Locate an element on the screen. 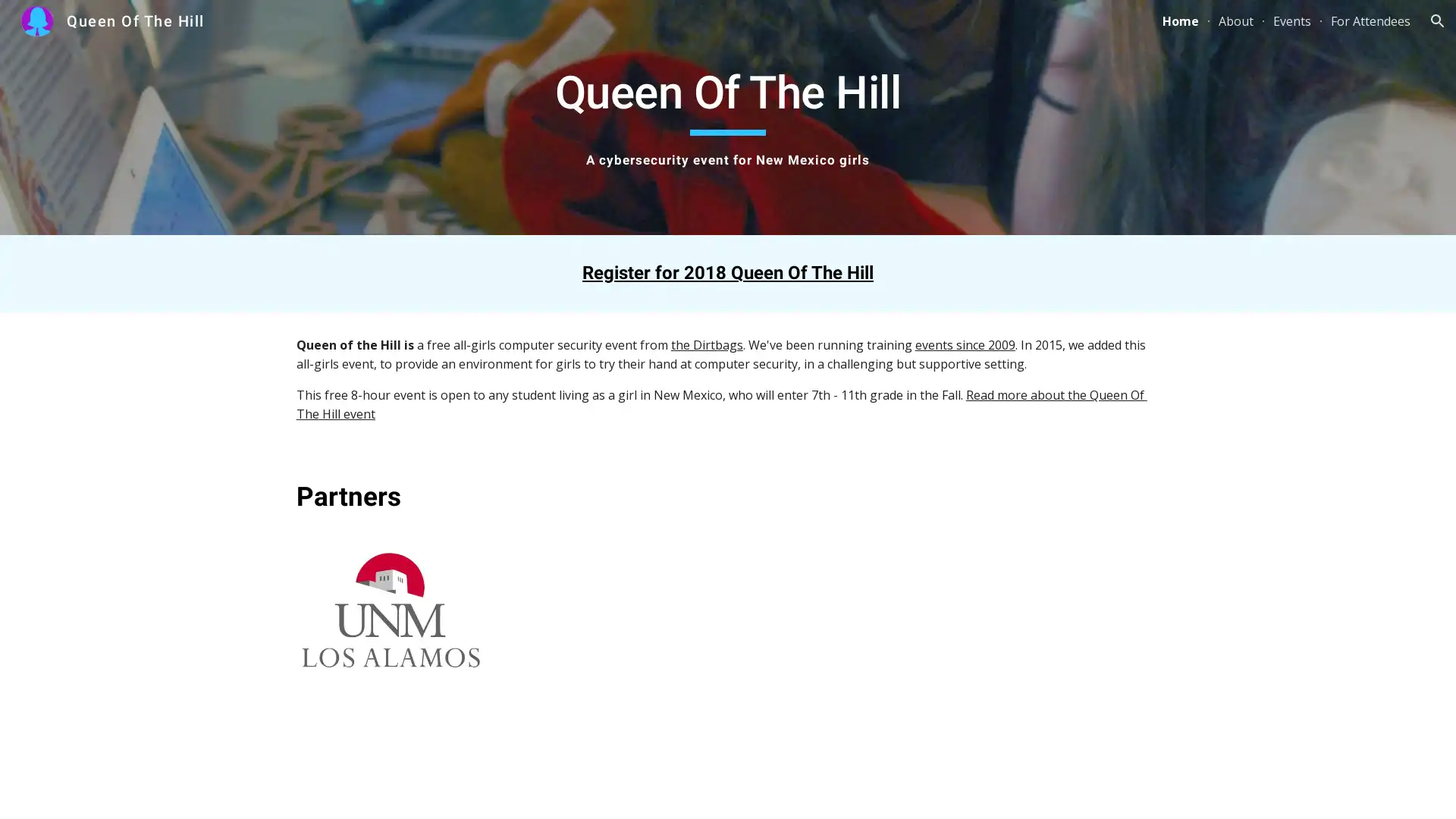  Google Sites is located at coordinates (73, 792).